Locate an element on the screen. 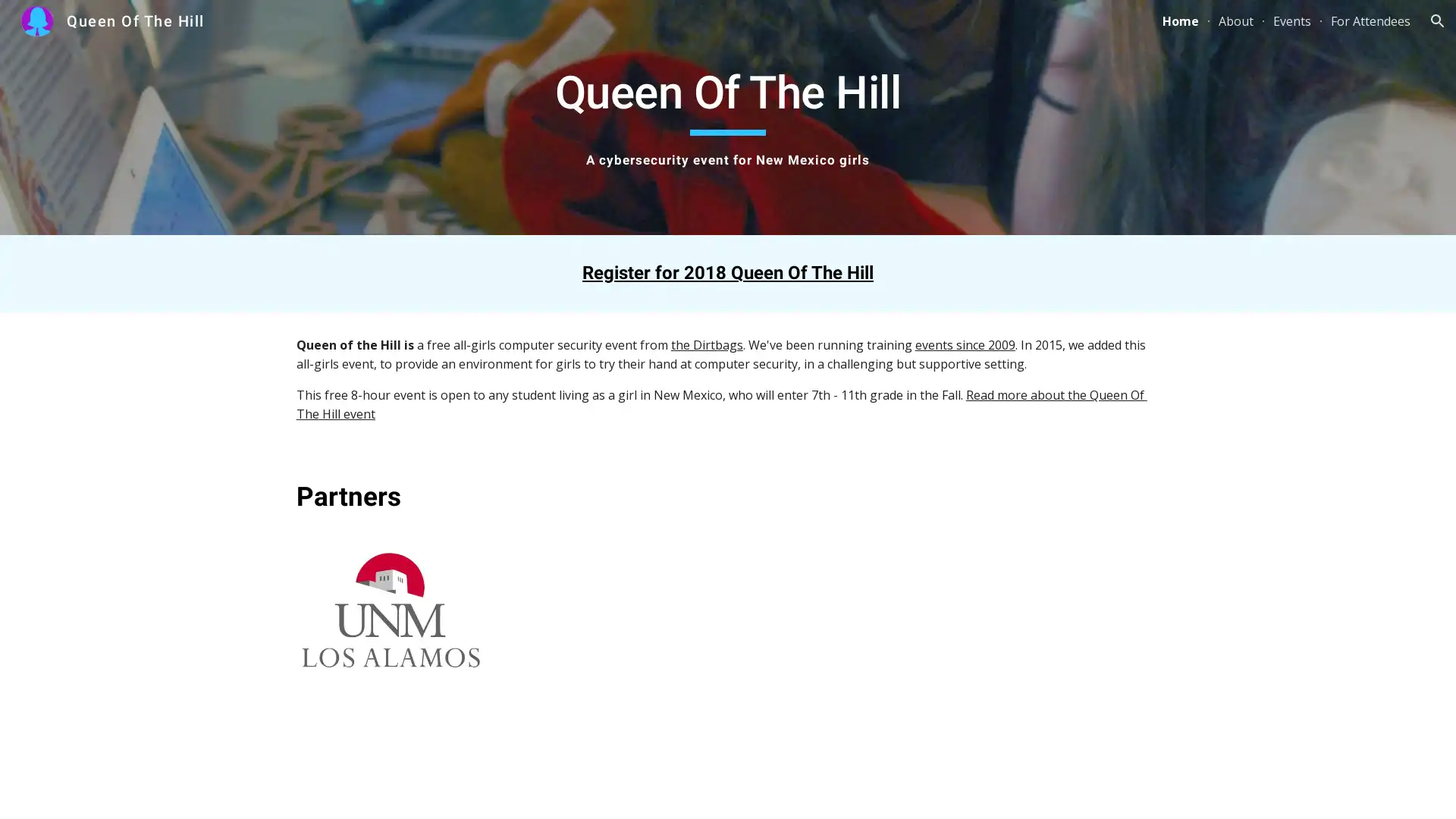  Google Sites is located at coordinates (73, 792).